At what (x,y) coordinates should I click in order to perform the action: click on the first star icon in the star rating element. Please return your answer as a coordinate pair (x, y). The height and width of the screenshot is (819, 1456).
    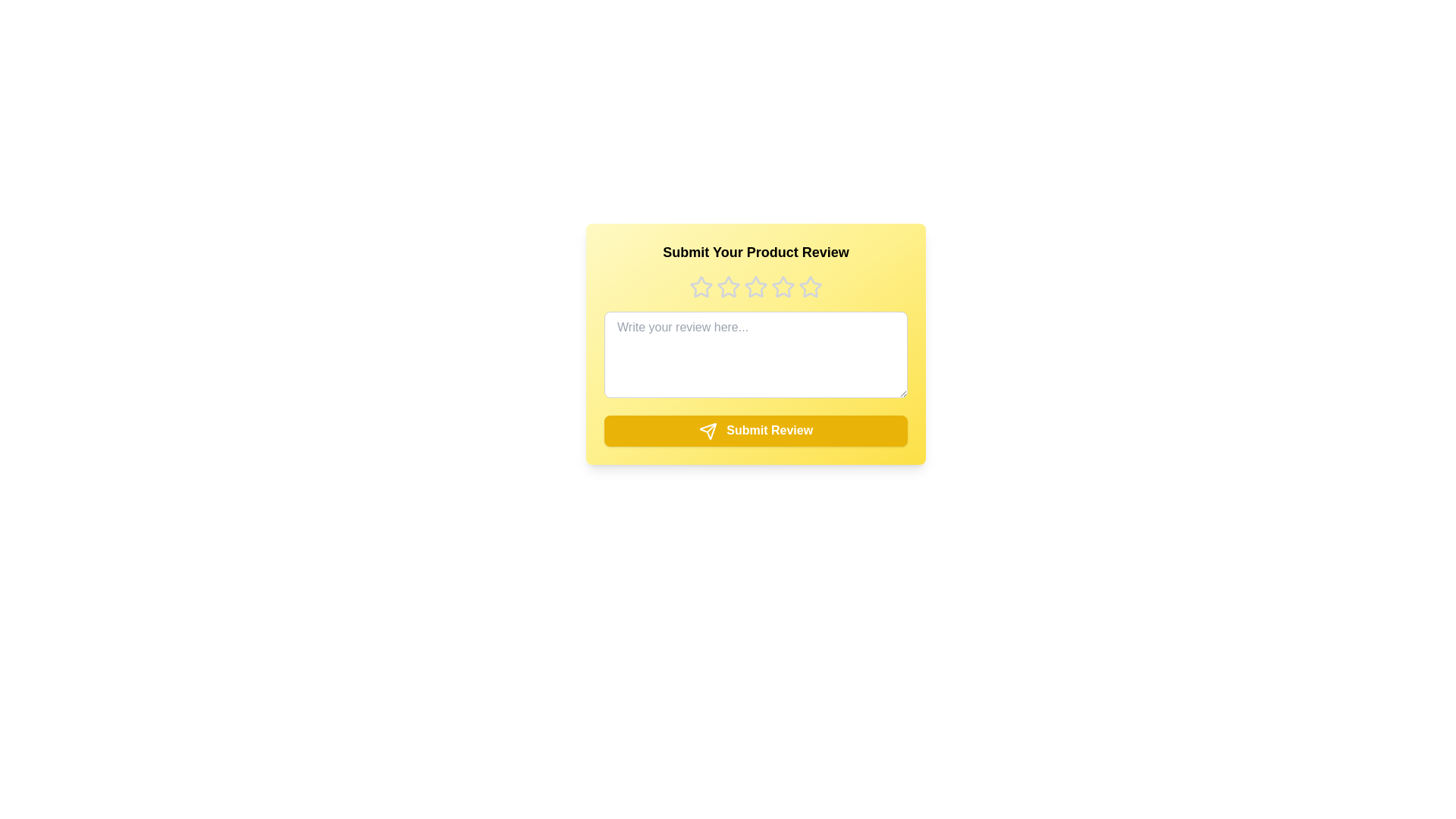
    Looking at the image, I should click on (701, 287).